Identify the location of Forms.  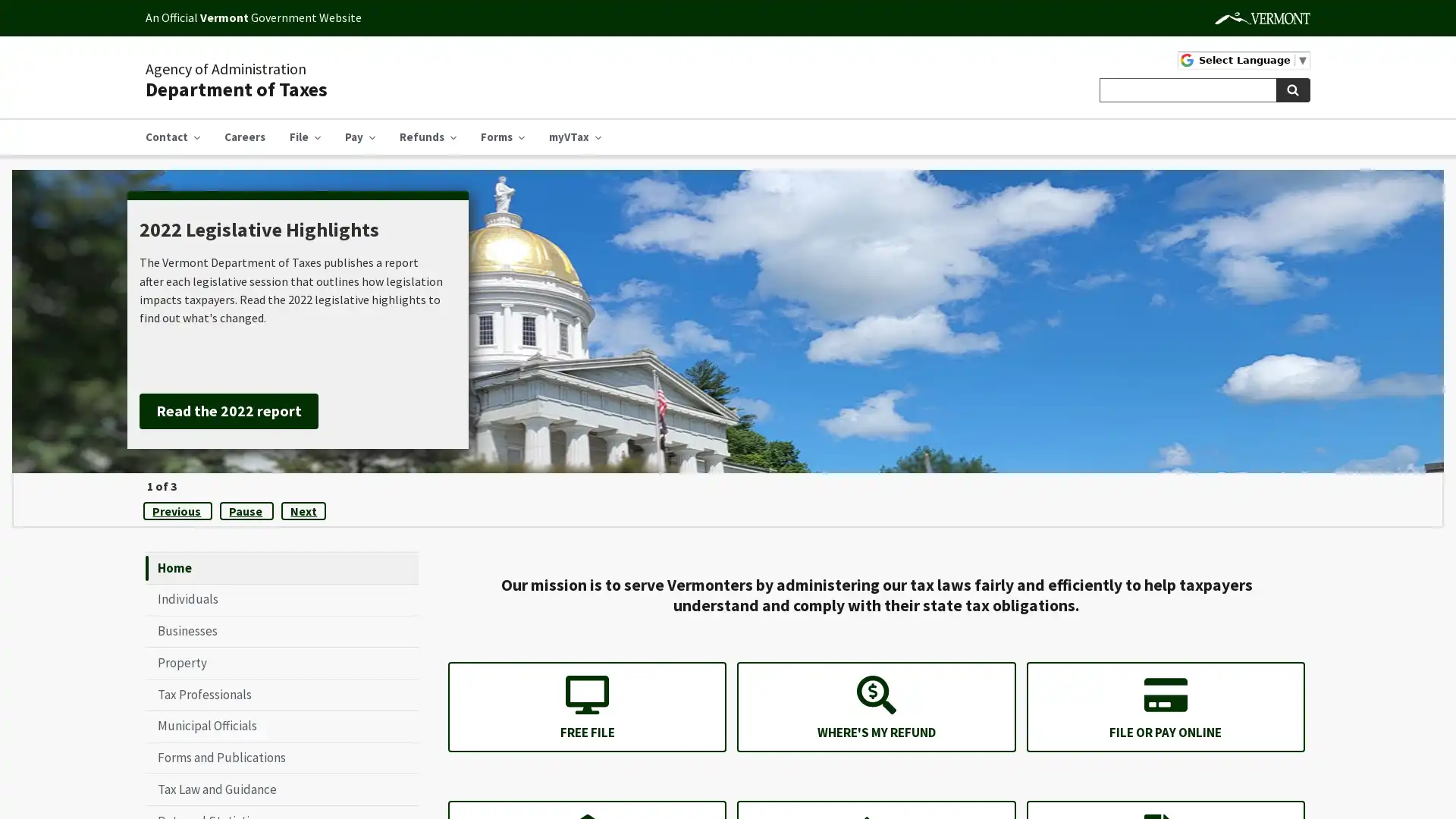
(502, 137).